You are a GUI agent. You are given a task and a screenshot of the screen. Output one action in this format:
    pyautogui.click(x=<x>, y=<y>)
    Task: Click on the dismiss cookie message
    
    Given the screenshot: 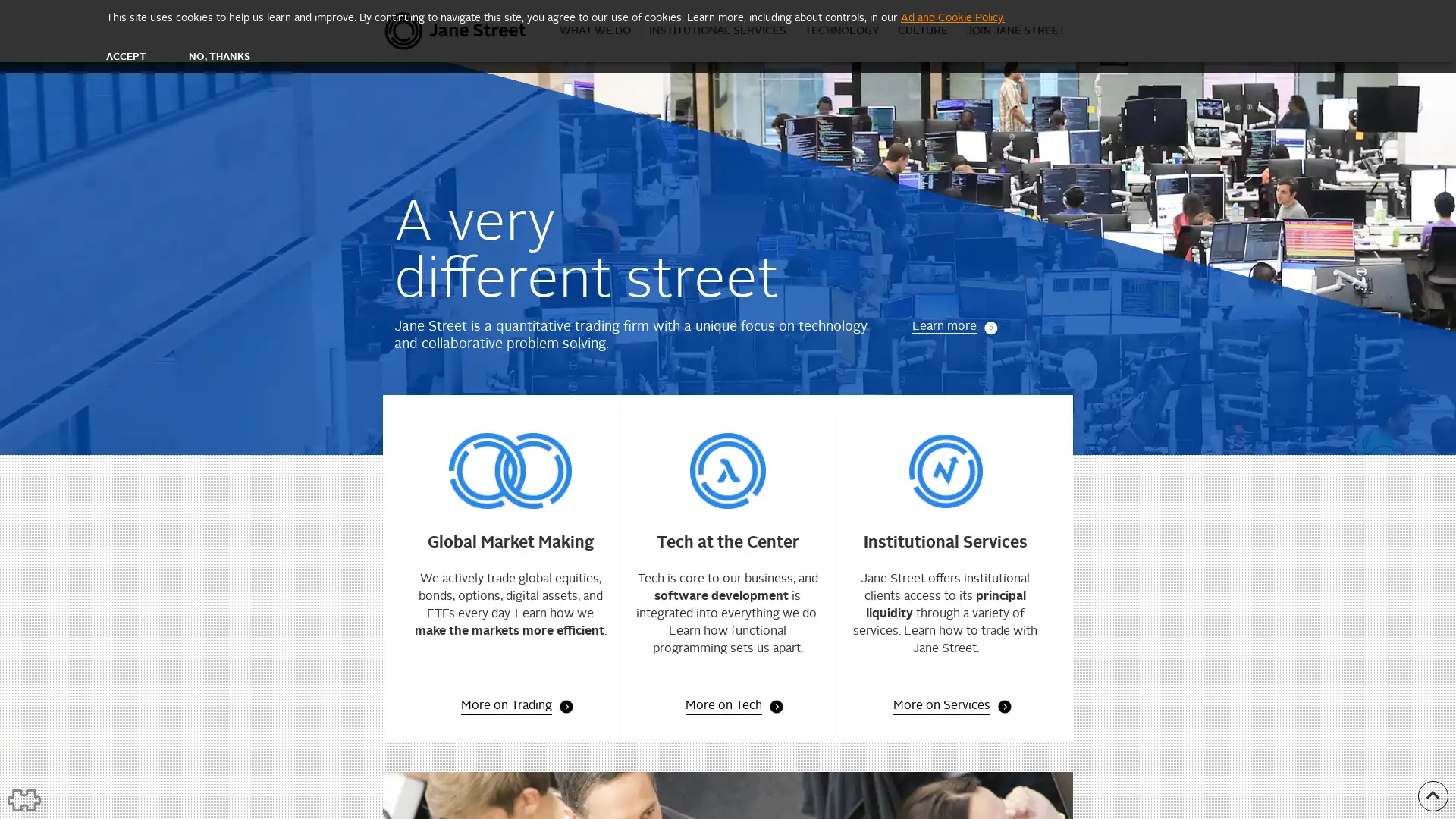 What is the action you would take?
    pyautogui.click(x=126, y=56)
    